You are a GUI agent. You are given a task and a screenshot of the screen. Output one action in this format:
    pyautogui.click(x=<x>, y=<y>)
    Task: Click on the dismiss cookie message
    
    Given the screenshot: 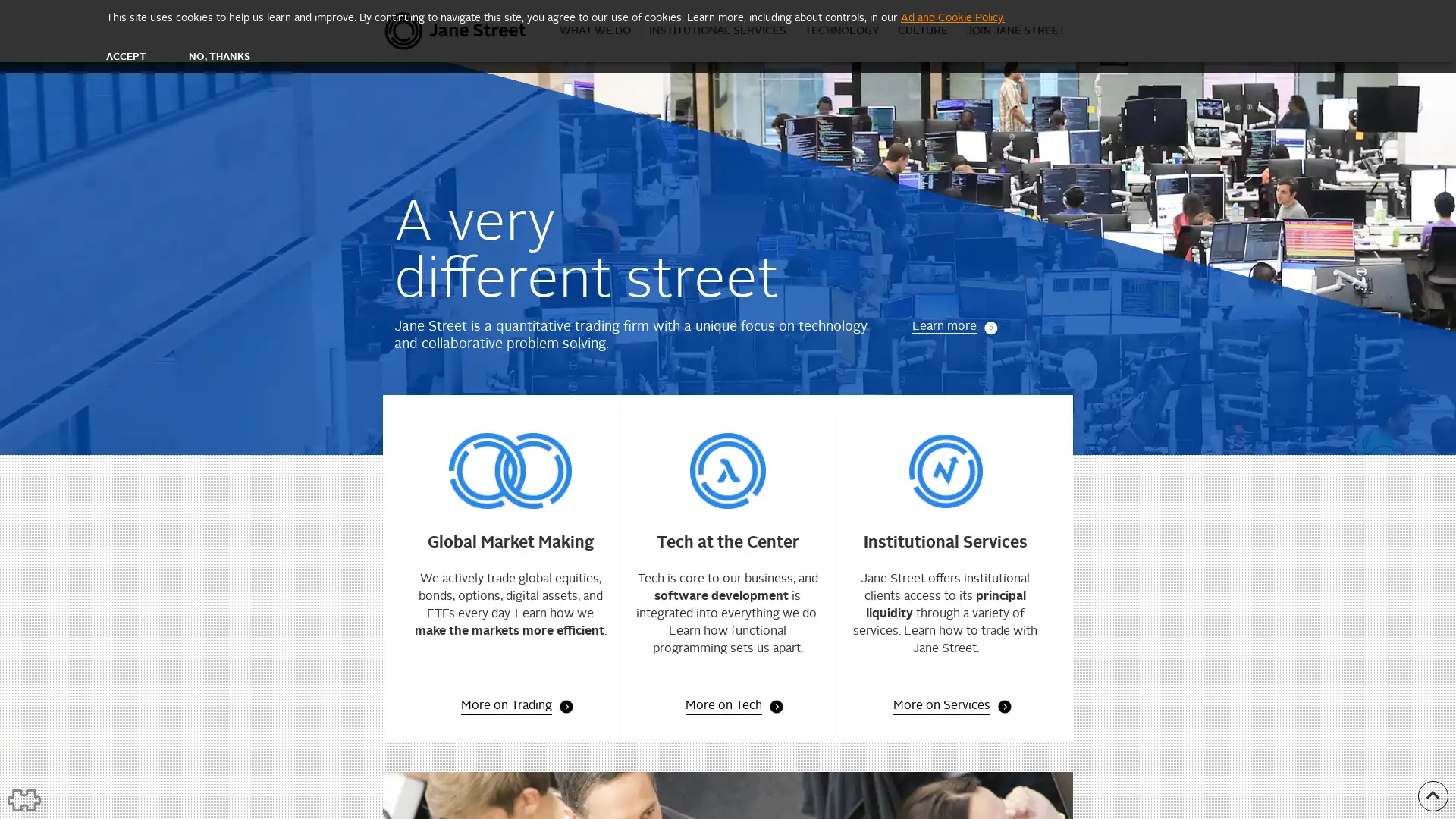 What is the action you would take?
    pyautogui.click(x=126, y=56)
    